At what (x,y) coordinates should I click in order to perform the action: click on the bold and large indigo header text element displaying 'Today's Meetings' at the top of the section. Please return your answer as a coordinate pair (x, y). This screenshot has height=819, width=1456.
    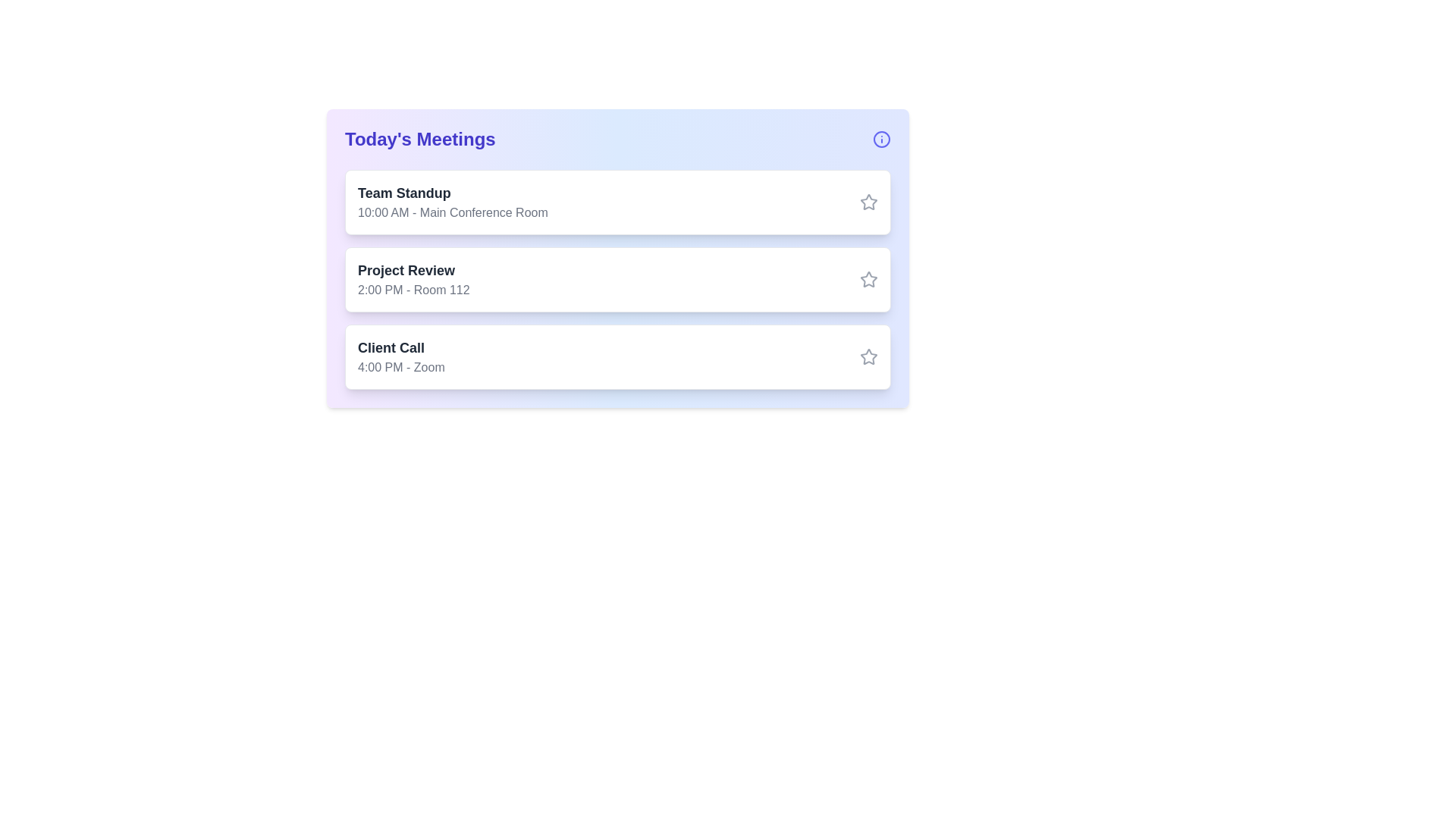
    Looking at the image, I should click on (420, 140).